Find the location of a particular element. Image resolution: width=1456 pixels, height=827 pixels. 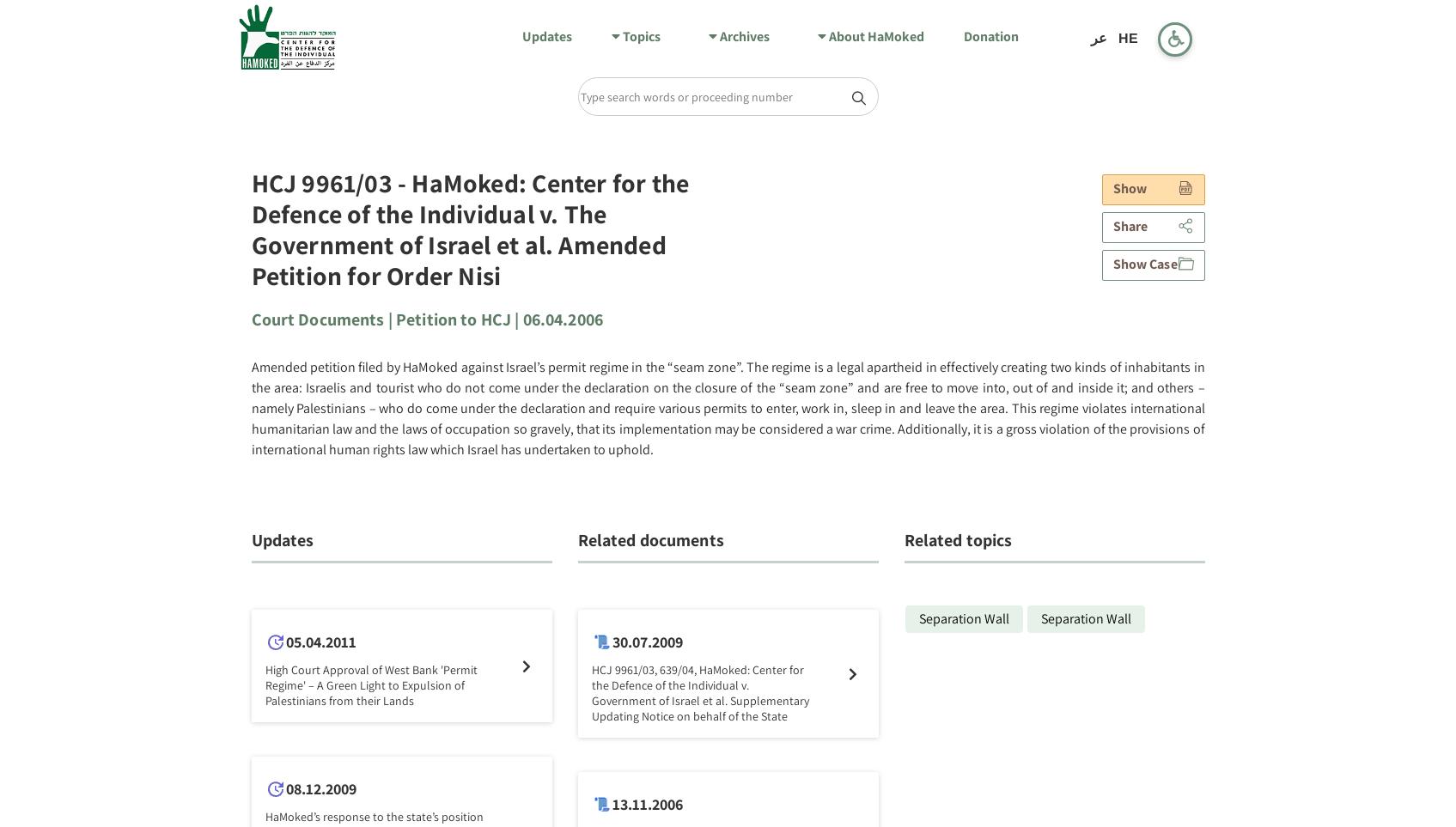

'08.12.2009' is located at coordinates (284, 787).